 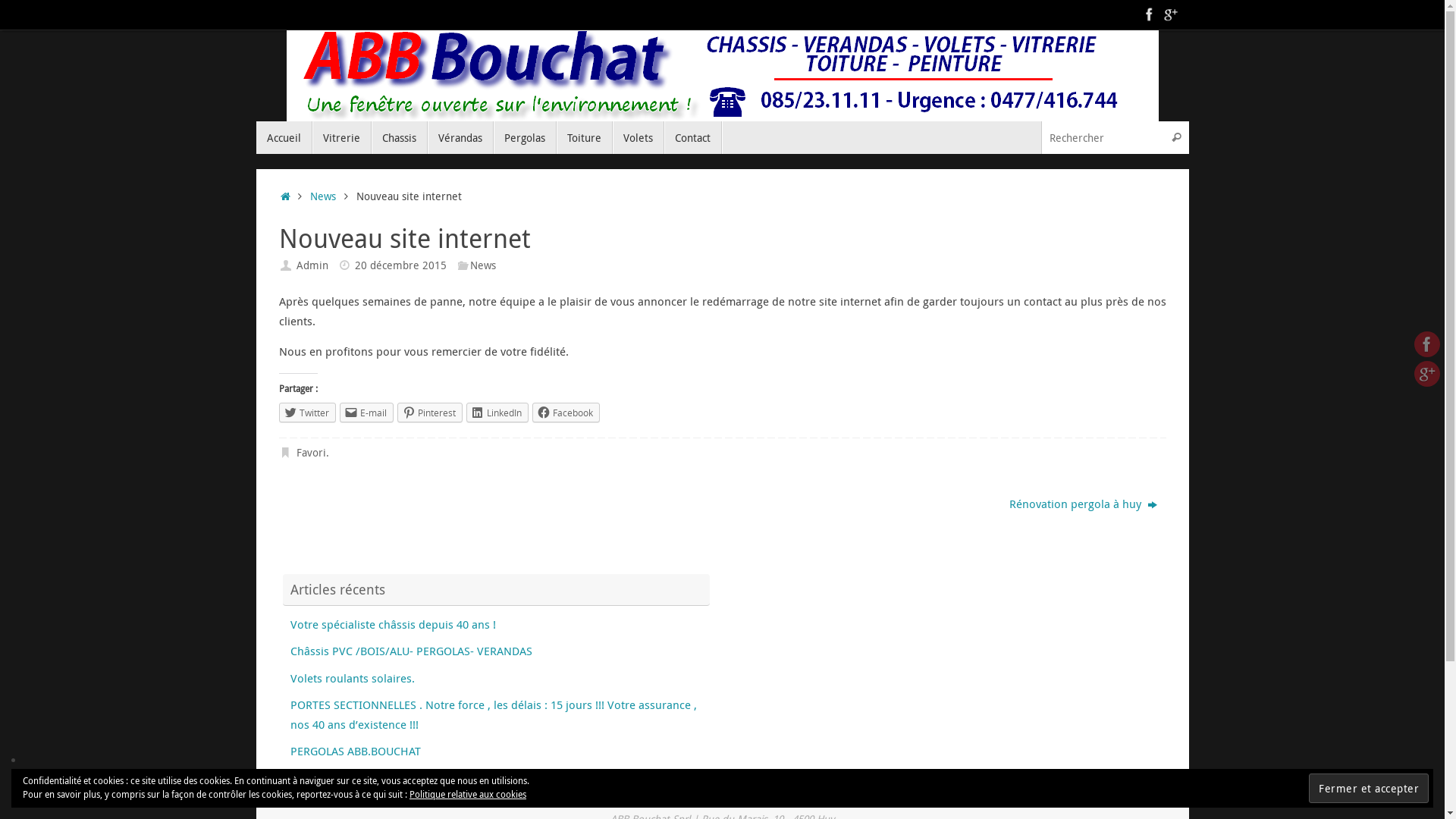 I want to click on 'Pergolas', so click(x=524, y=137).